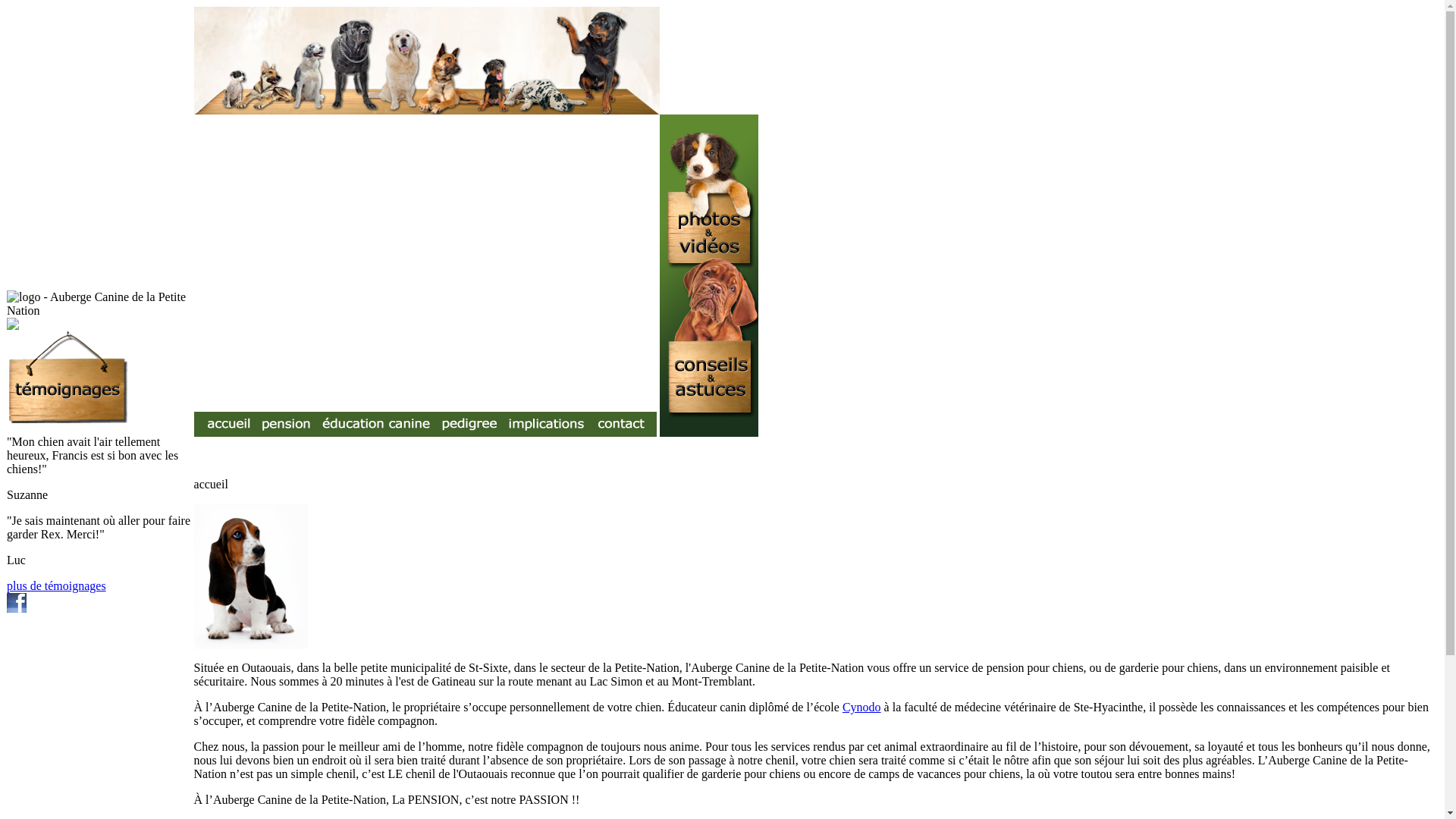 The width and height of the screenshot is (1456, 819). Describe the element at coordinates (861, 707) in the screenshot. I see `'Cynodo'` at that location.